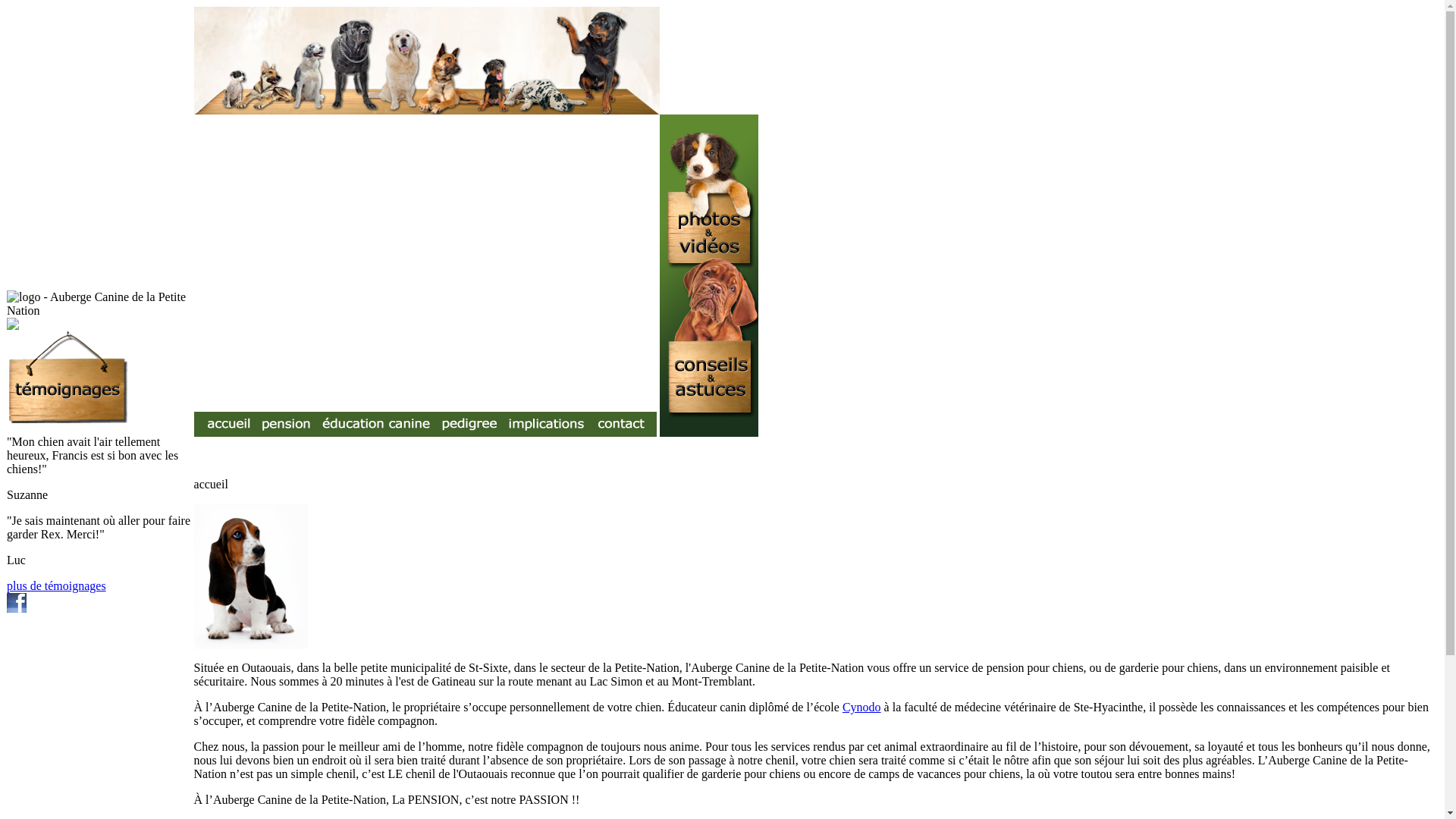 The width and height of the screenshot is (1456, 819). Describe the element at coordinates (861, 707) in the screenshot. I see `'Cynodo'` at that location.